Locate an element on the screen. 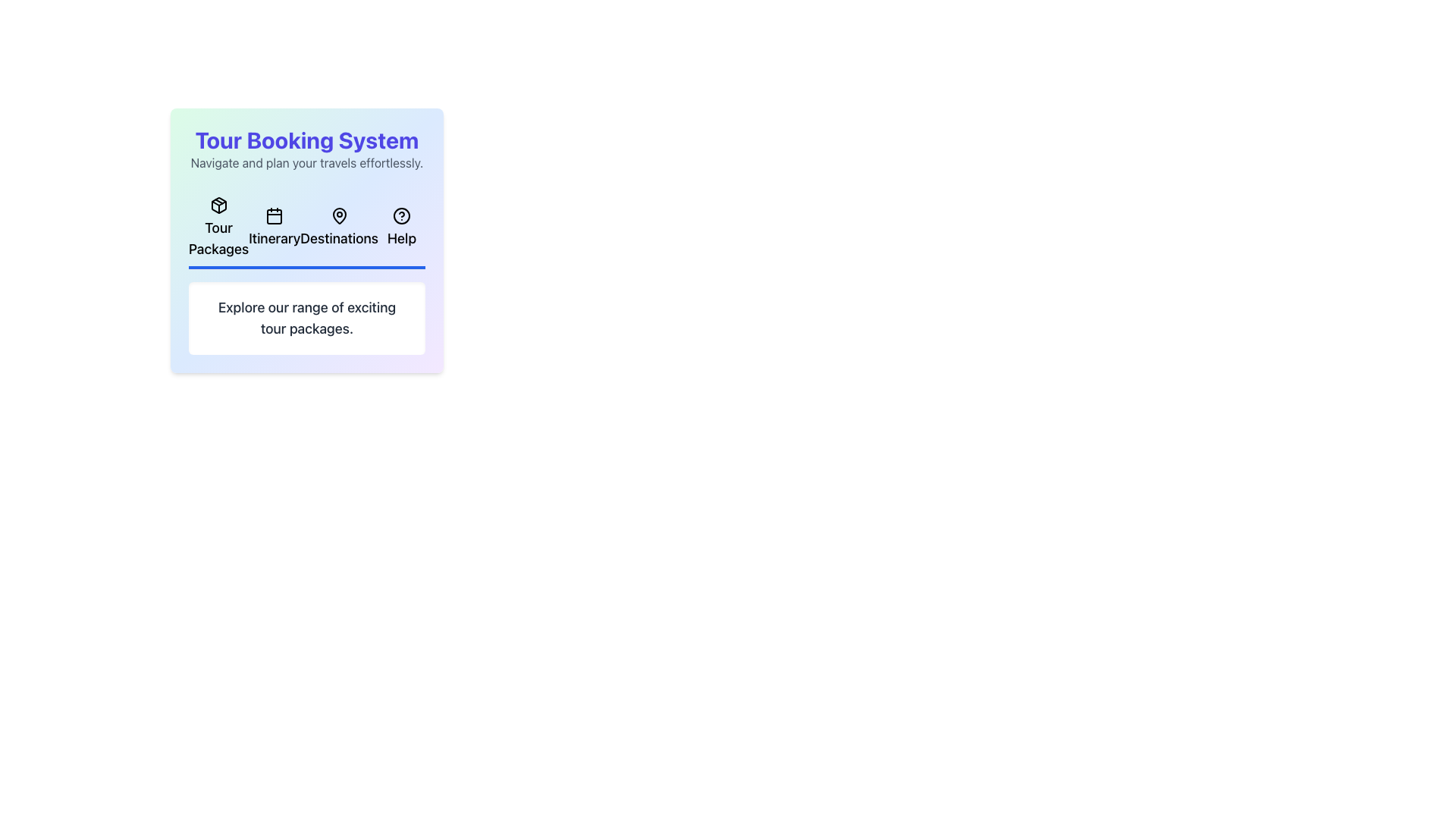 Image resolution: width=1456 pixels, height=819 pixels. the informational text label located at the far right of the navigation options is located at coordinates (401, 237).